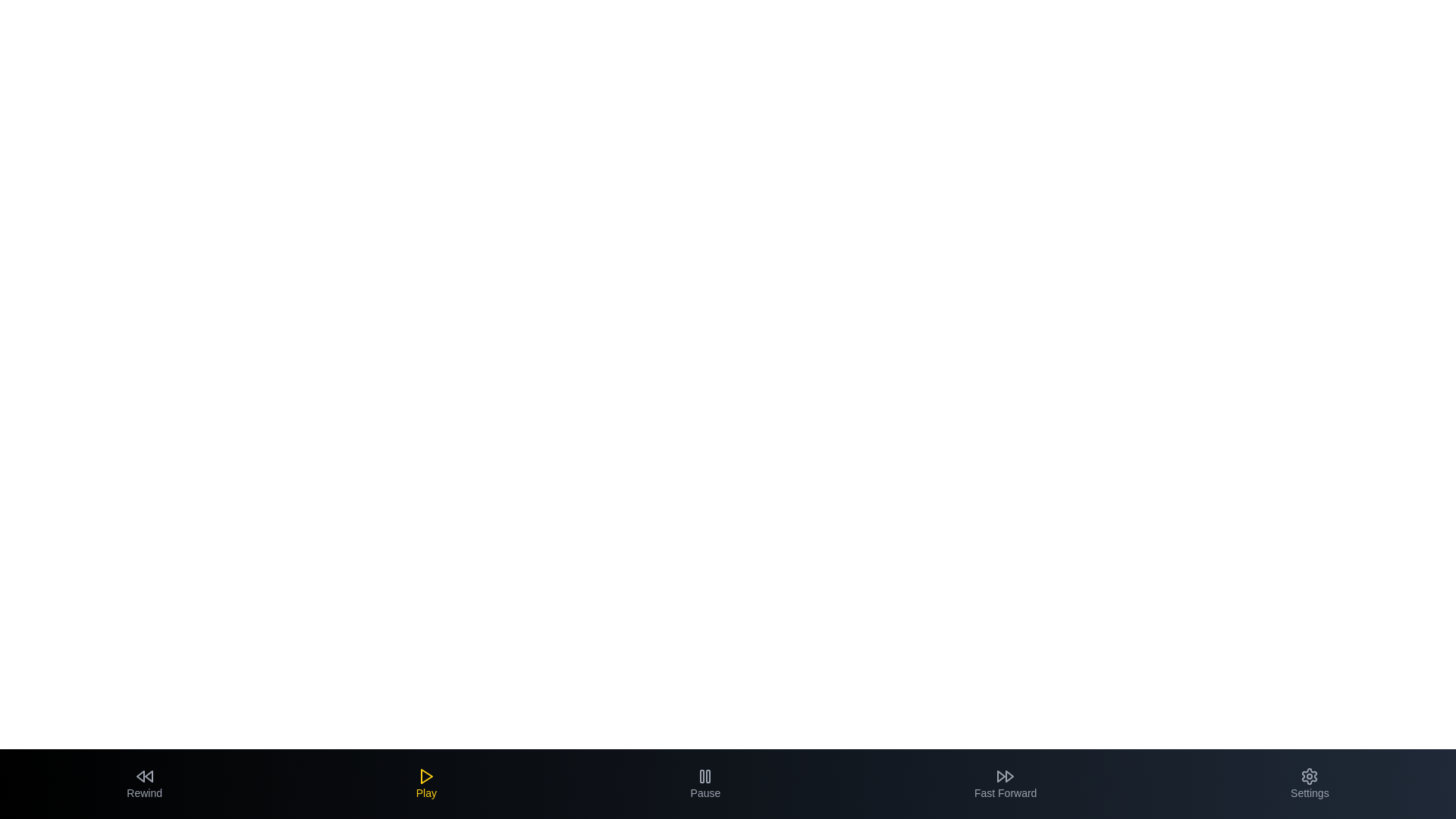 This screenshot has width=1456, height=819. What do you see at coordinates (1309, 783) in the screenshot?
I see `the Settings tab to select it` at bounding box center [1309, 783].